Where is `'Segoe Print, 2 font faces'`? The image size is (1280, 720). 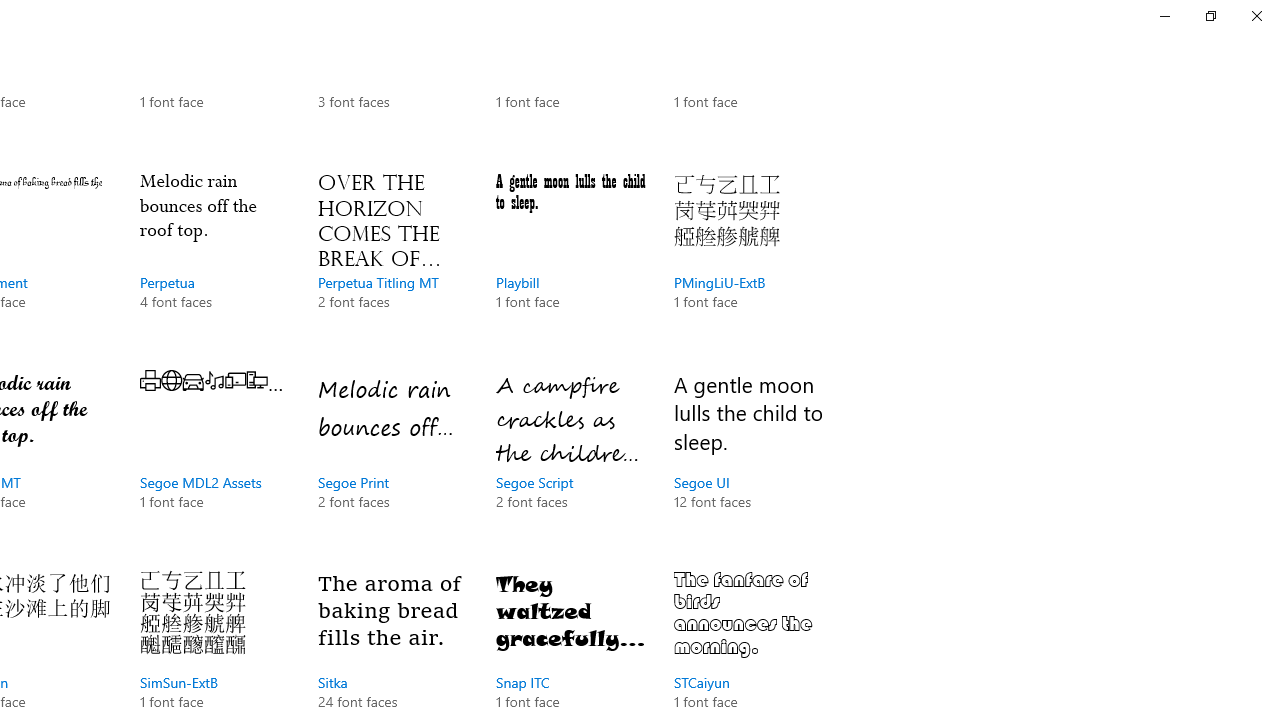 'Segoe Print, 2 font faces' is located at coordinates (392, 460).